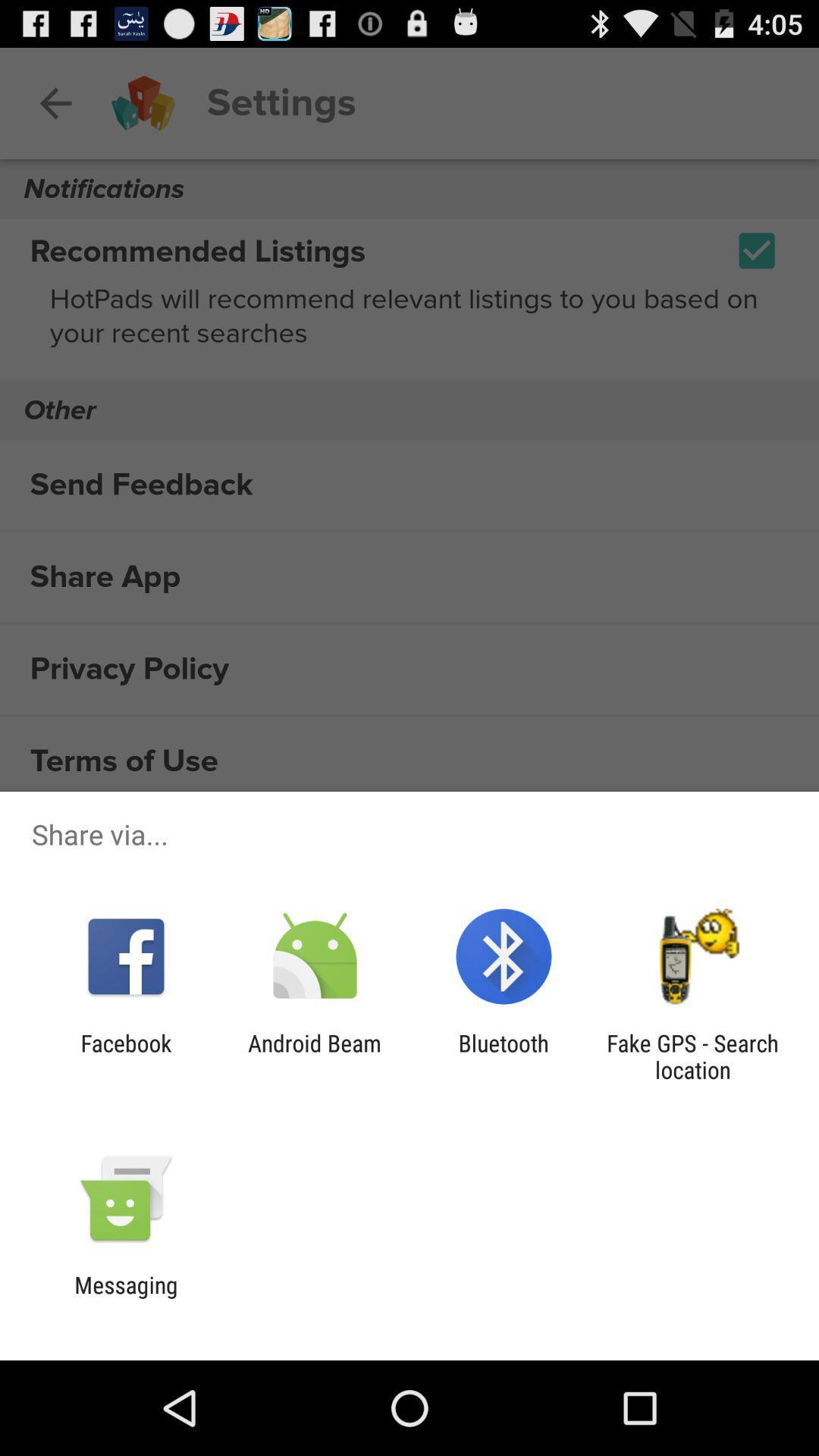 This screenshot has height=1456, width=819. What do you see at coordinates (314, 1056) in the screenshot?
I see `app to the left of bluetooth item` at bounding box center [314, 1056].